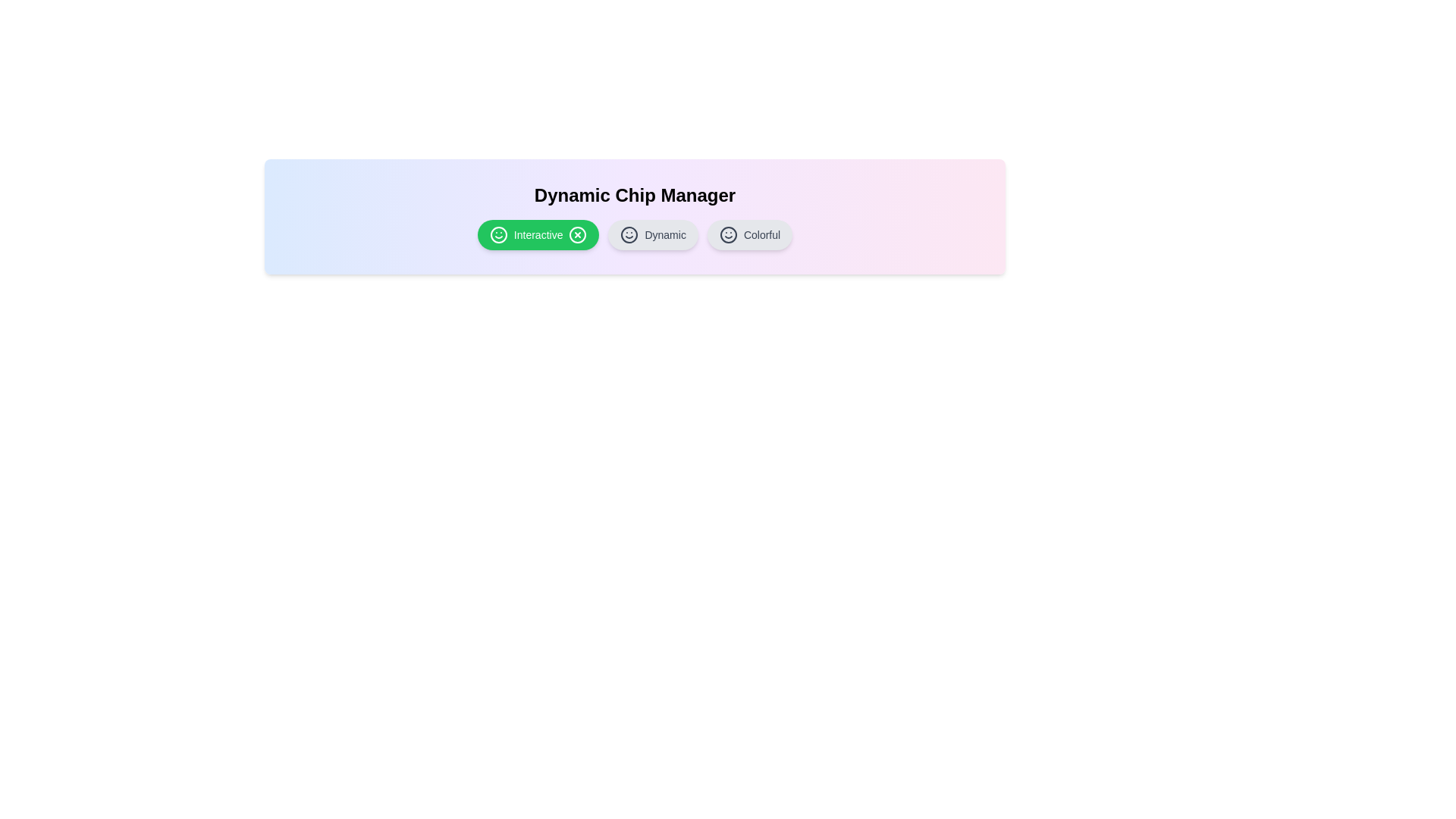 This screenshot has height=819, width=1456. I want to click on the chip labeled Dynamic, so click(652, 234).